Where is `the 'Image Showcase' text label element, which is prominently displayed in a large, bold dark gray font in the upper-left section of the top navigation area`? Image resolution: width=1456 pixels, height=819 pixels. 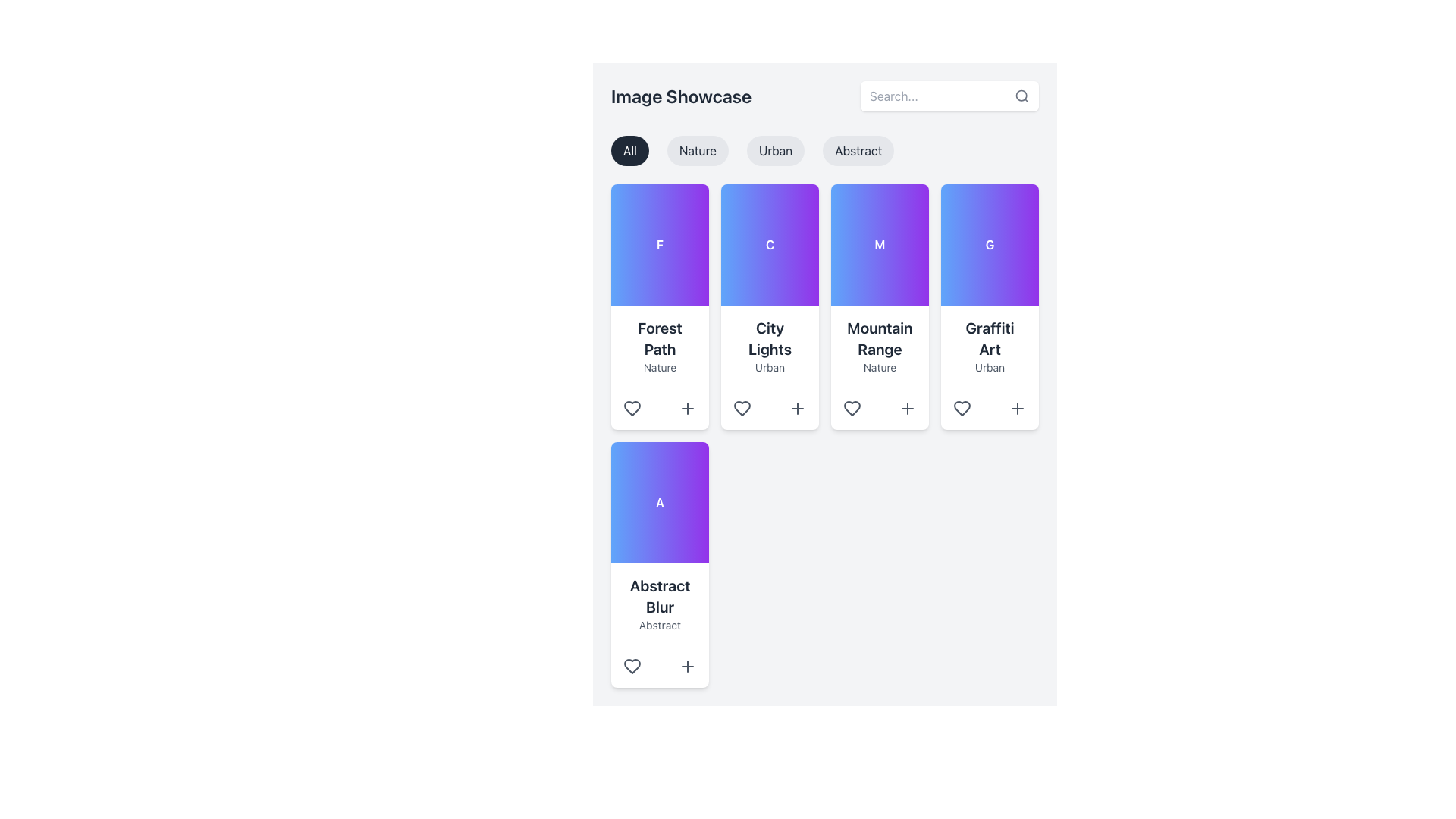
the 'Image Showcase' text label element, which is prominently displayed in a large, bold dark gray font in the upper-left section of the top navigation area is located at coordinates (680, 96).